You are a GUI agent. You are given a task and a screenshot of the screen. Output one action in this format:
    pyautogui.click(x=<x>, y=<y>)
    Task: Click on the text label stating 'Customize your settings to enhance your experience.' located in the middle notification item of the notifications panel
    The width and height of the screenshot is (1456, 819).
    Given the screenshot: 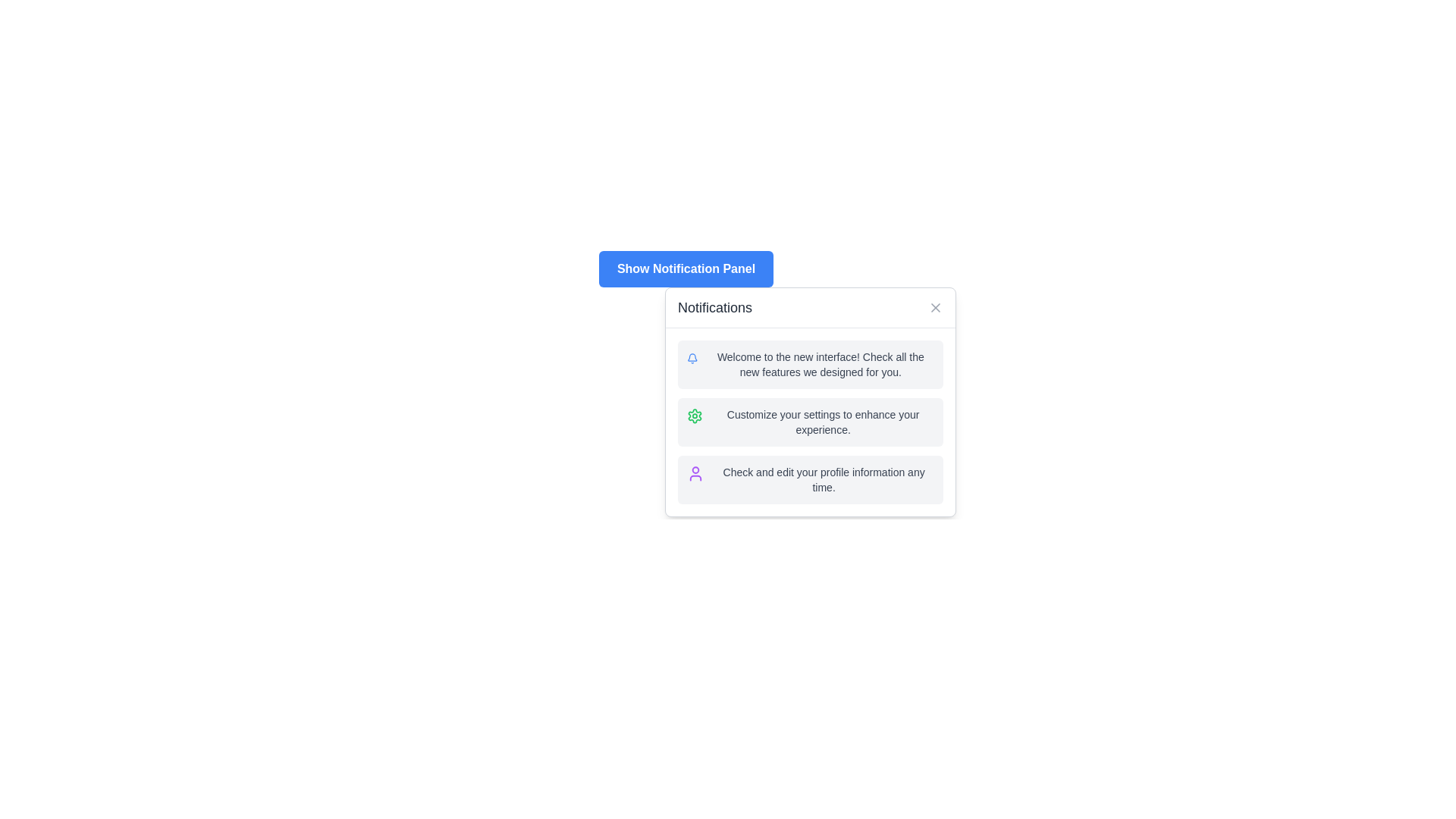 What is the action you would take?
    pyautogui.click(x=822, y=422)
    